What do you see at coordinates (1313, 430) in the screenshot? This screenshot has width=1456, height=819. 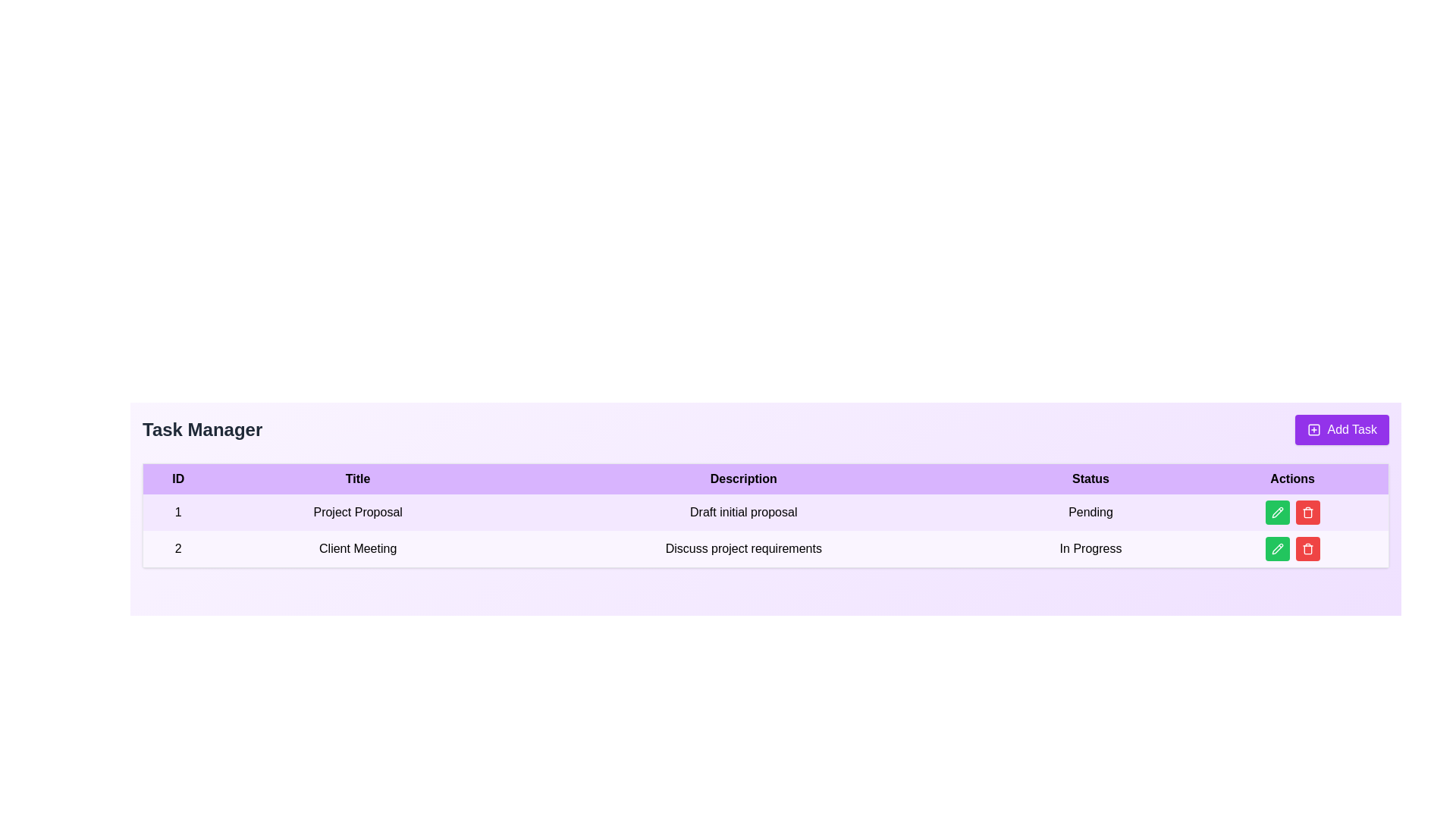 I see `the rounded rectangle SVG graphic component with a '+' symbol located within the 'Add Task' button at the top-right corner of the interface` at bounding box center [1313, 430].